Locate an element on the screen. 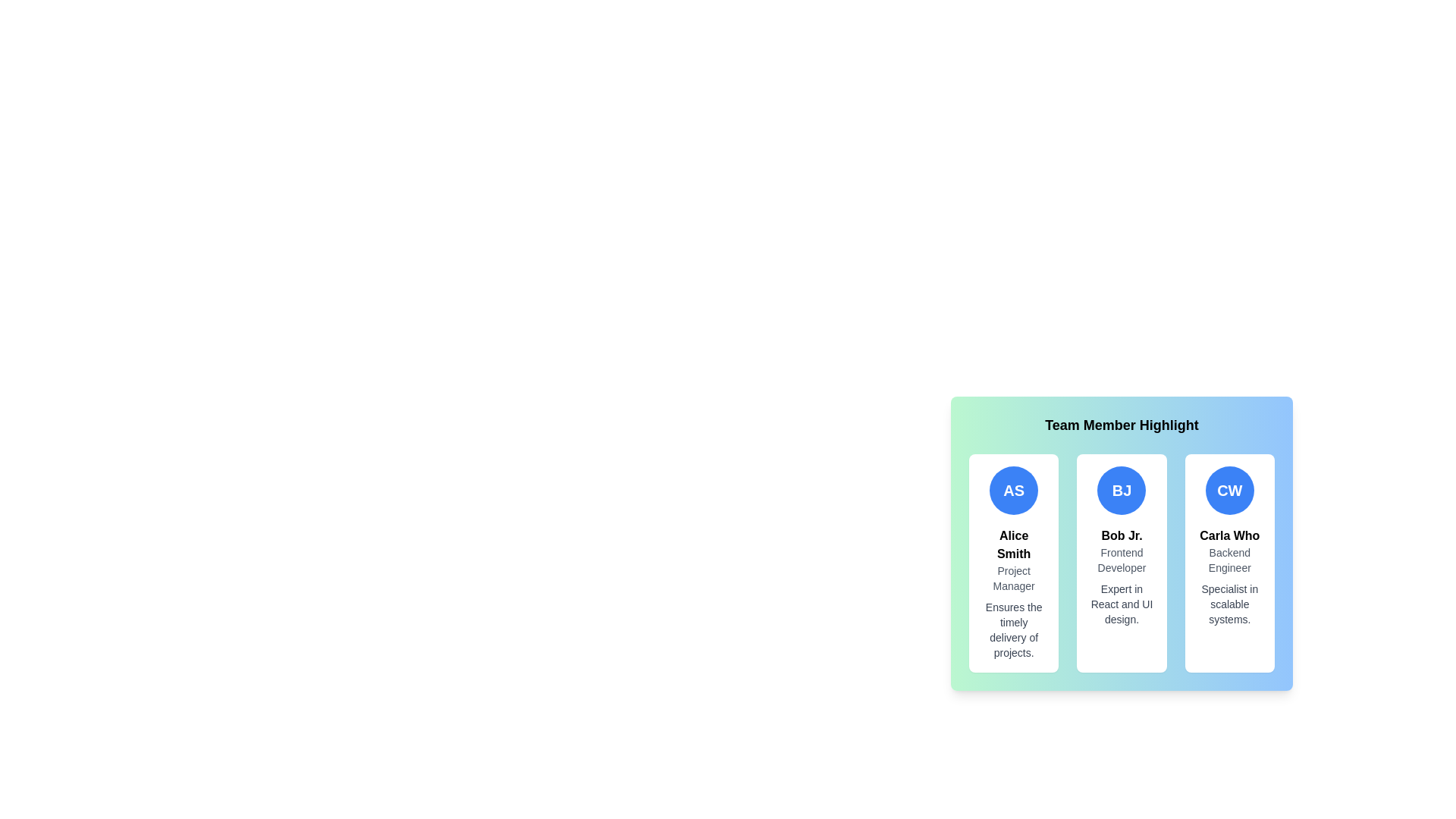 This screenshot has height=819, width=1456. the text label displaying 'Alice Smith' is located at coordinates (1014, 544).